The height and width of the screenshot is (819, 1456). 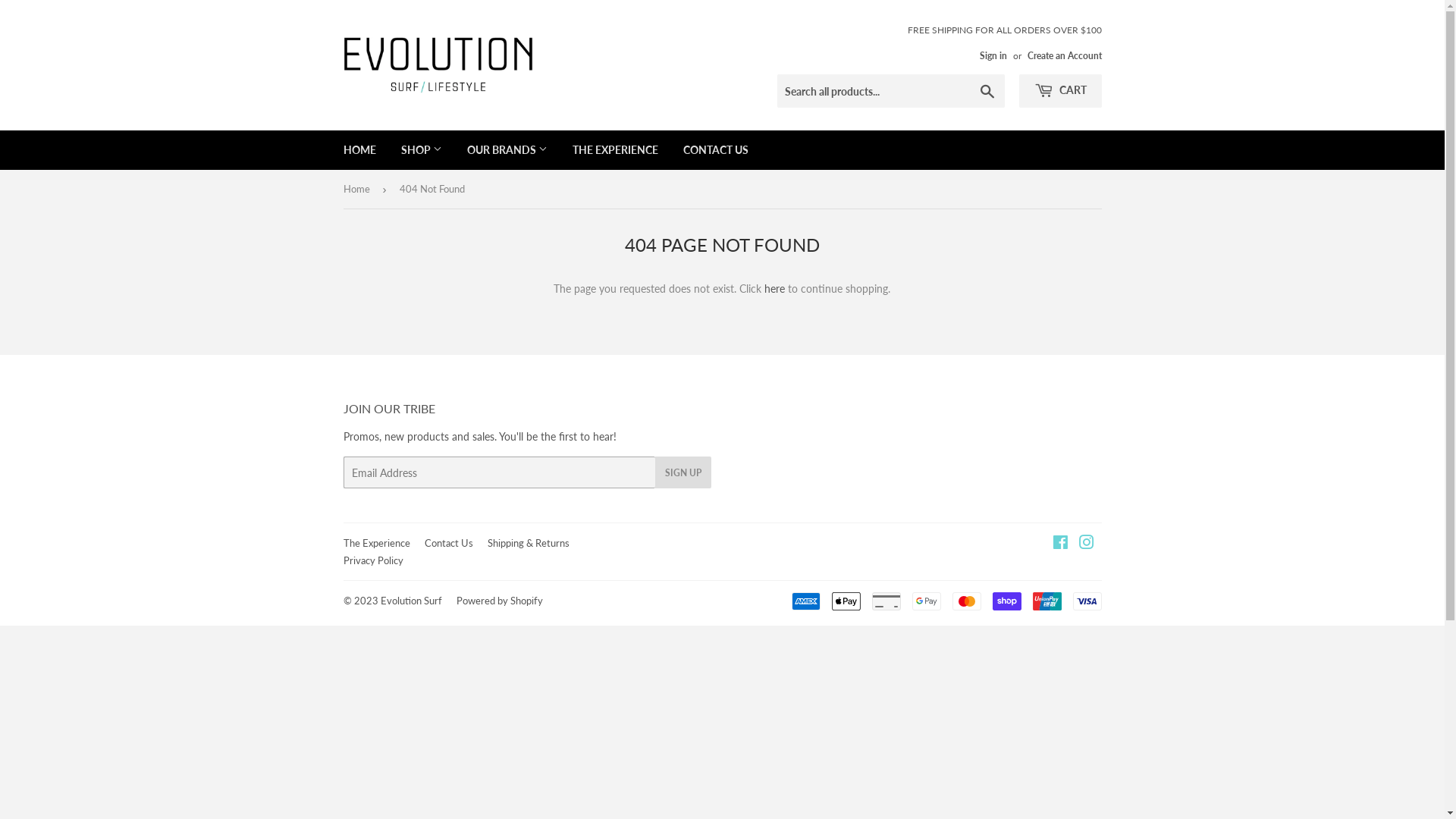 I want to click on 'Contact Us', so click(x=447, y=542).